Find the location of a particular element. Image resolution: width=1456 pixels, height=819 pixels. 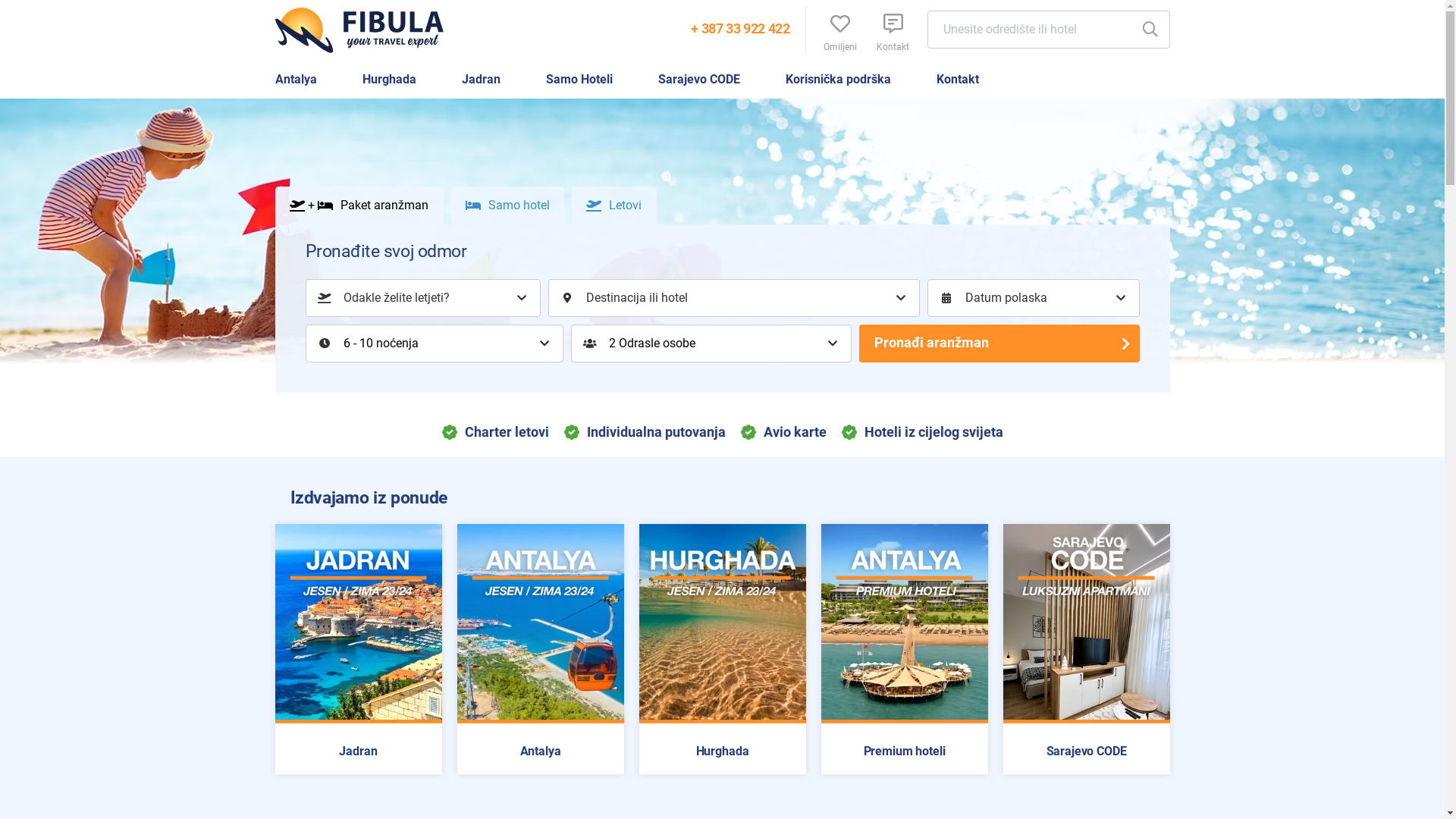

'Kontakt' is located at coordinates (866, 30).